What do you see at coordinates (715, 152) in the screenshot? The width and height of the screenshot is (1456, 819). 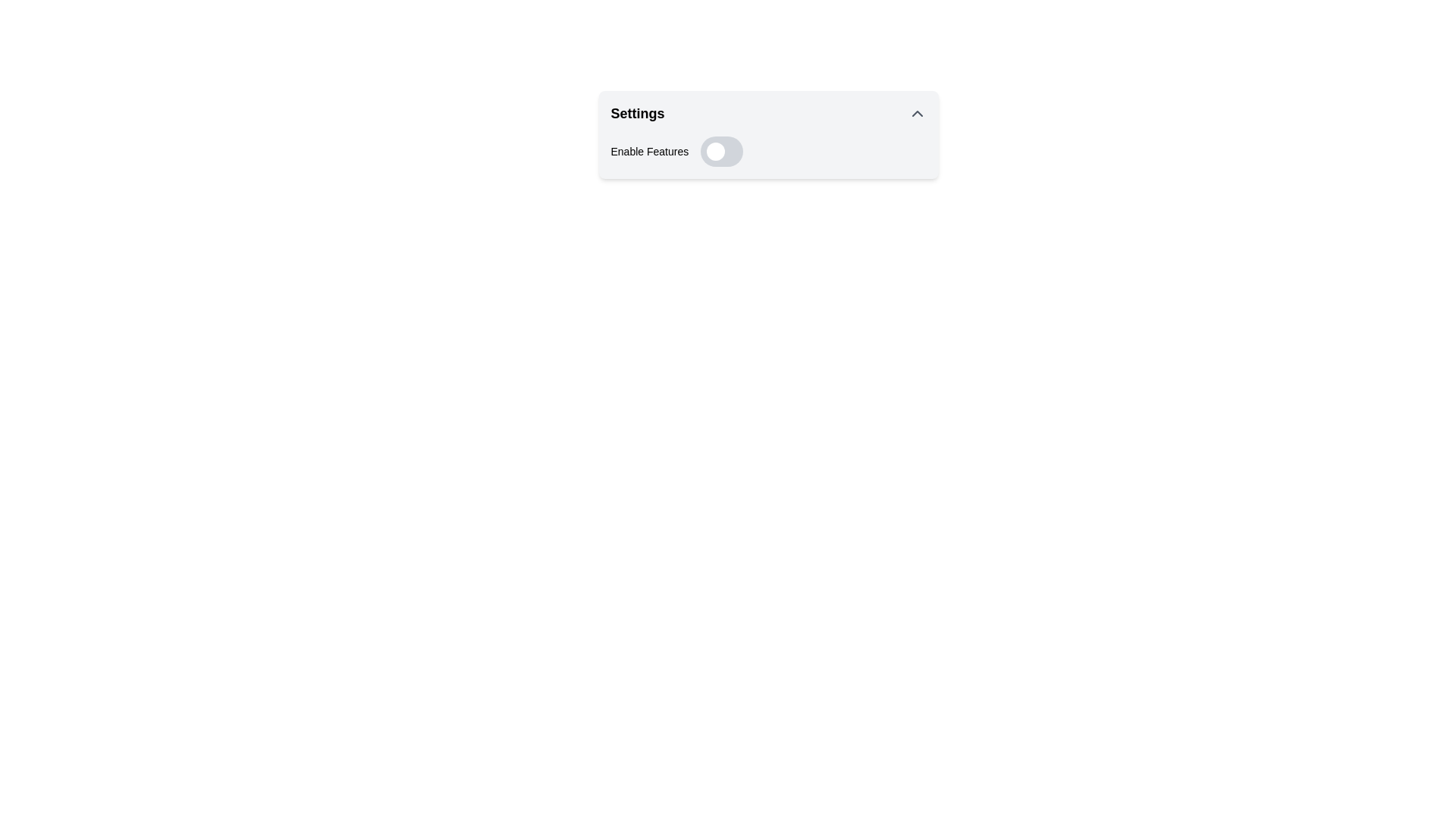 I see `the circular toggle switch indicator located near the left end of the toggle switch bar in the 'Enable Features' settings section to change its state` at bounding box center [715, 152].